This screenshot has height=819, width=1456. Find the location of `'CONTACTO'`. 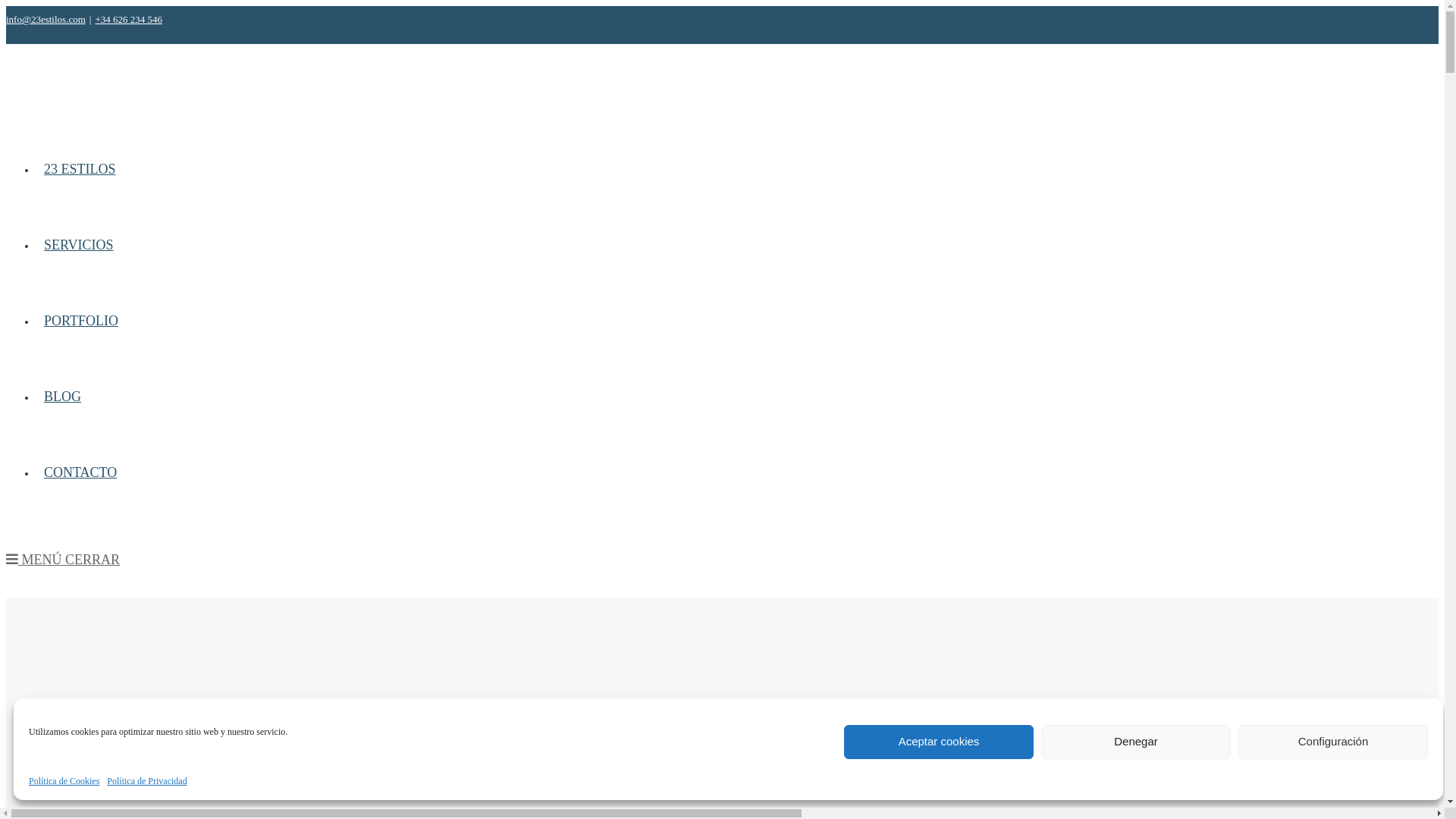

'CONTACTO' is located at coordinates (79, 470).